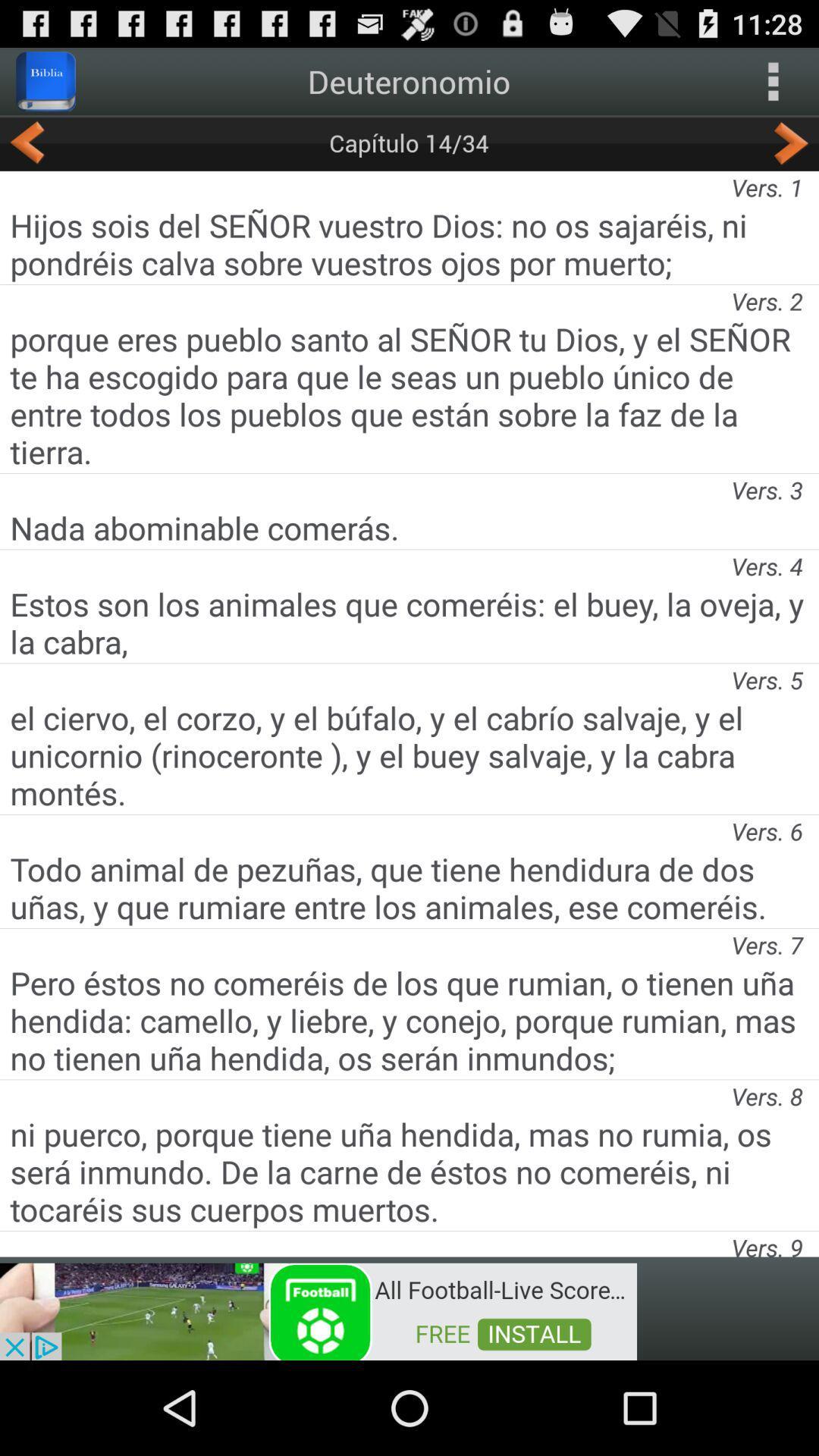 This screenshot has width=819, height=1456. I want to click on the more icon, so click(773, 86).